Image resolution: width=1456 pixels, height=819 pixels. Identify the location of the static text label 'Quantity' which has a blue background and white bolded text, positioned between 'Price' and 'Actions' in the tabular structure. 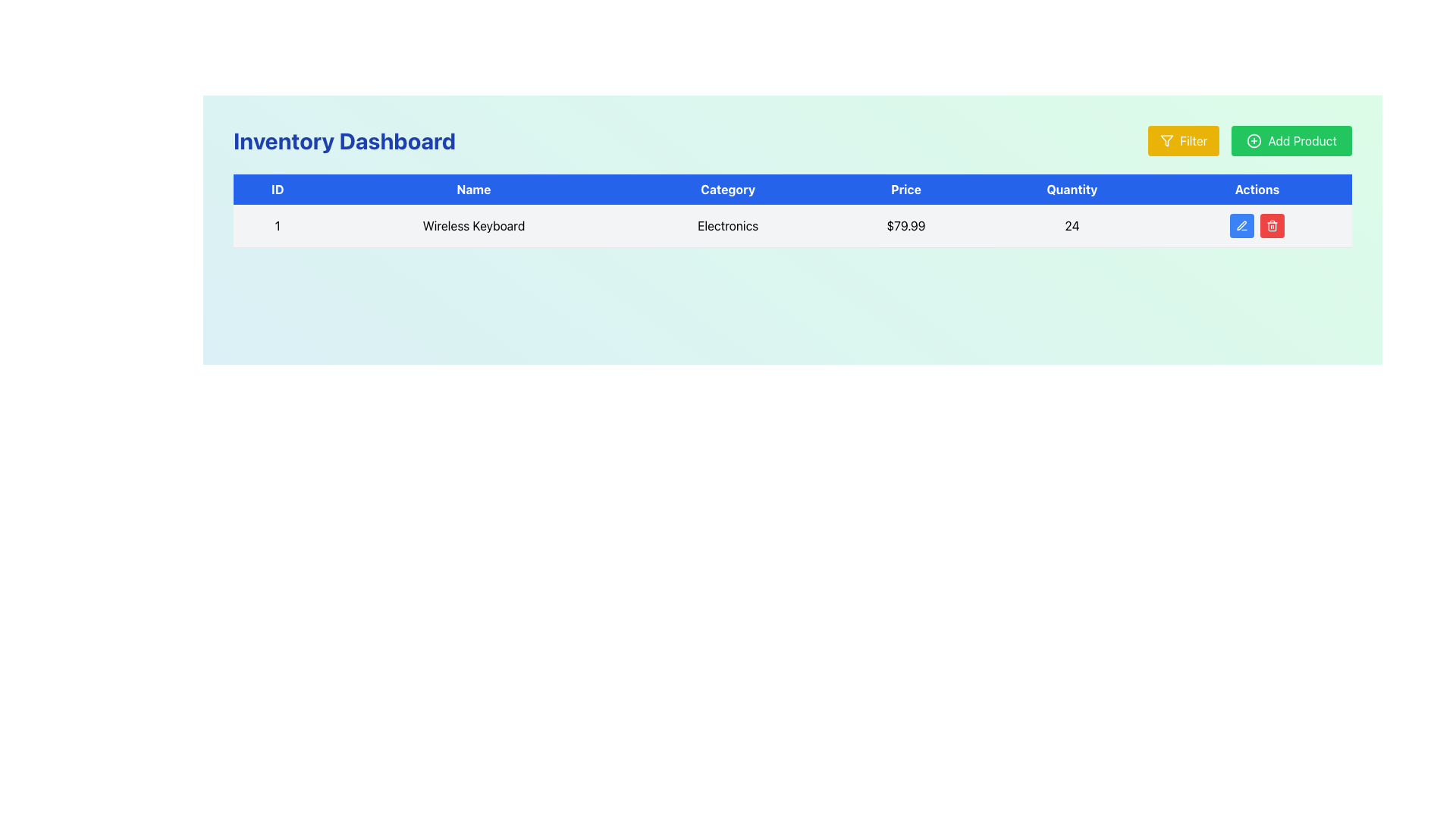
(1071, 189).